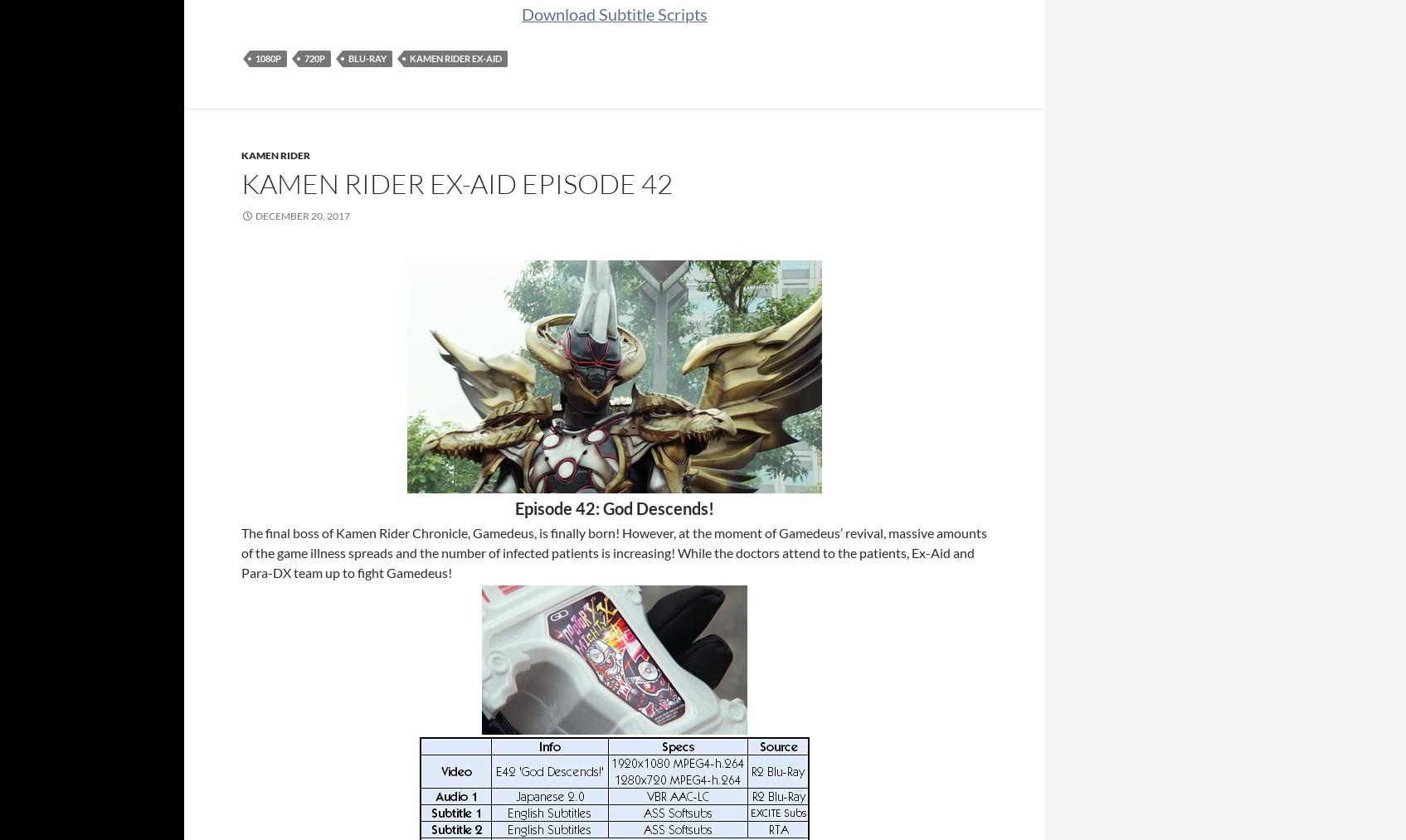  Describe the element at coordinates (455, 57) in the screenshot. I see `'Kamen Rider Ex-Aid'` at that location.